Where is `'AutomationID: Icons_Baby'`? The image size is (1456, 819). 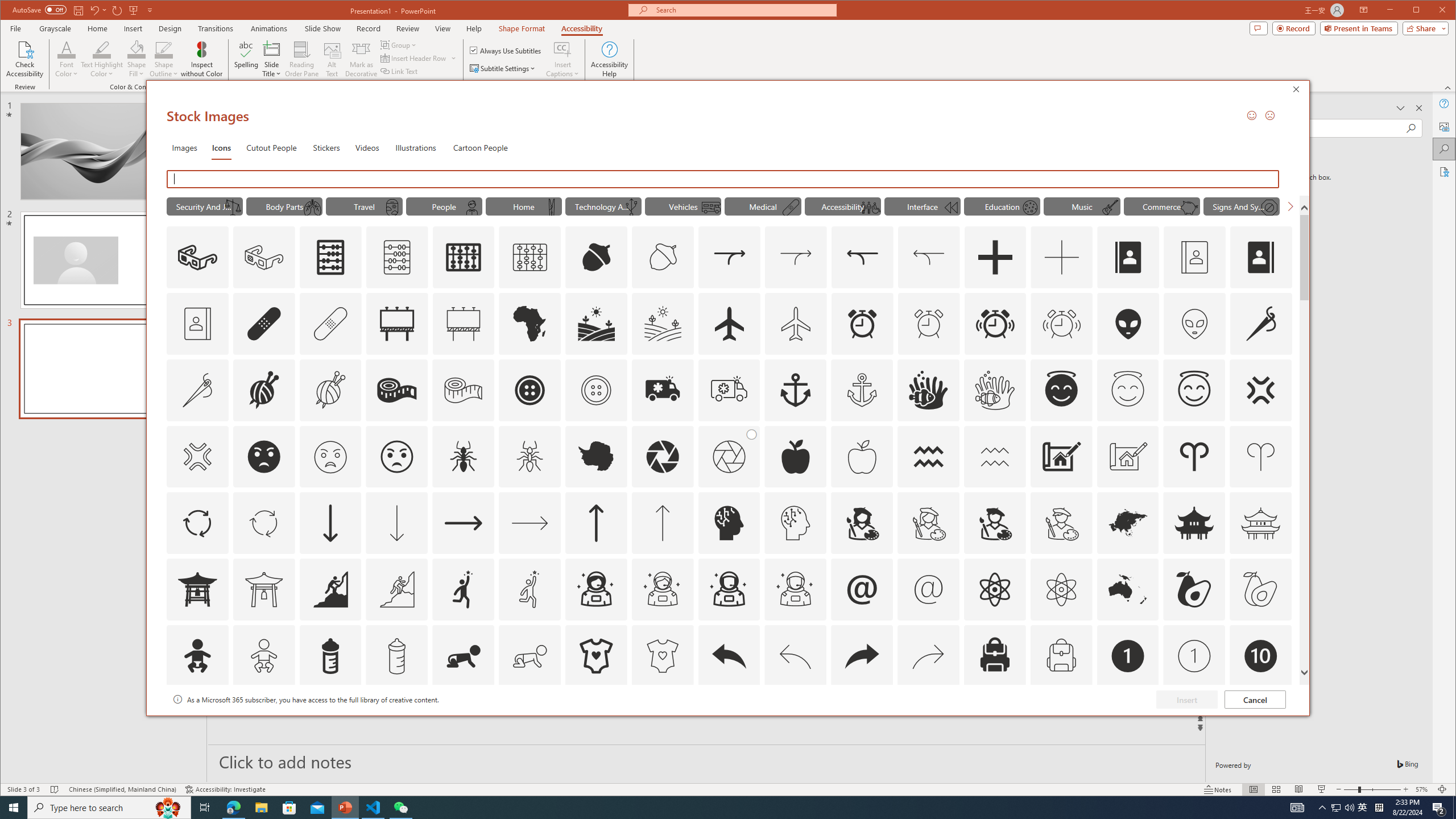 'AutomationID: Icons_Baby' is located at coordinates (197, 655).